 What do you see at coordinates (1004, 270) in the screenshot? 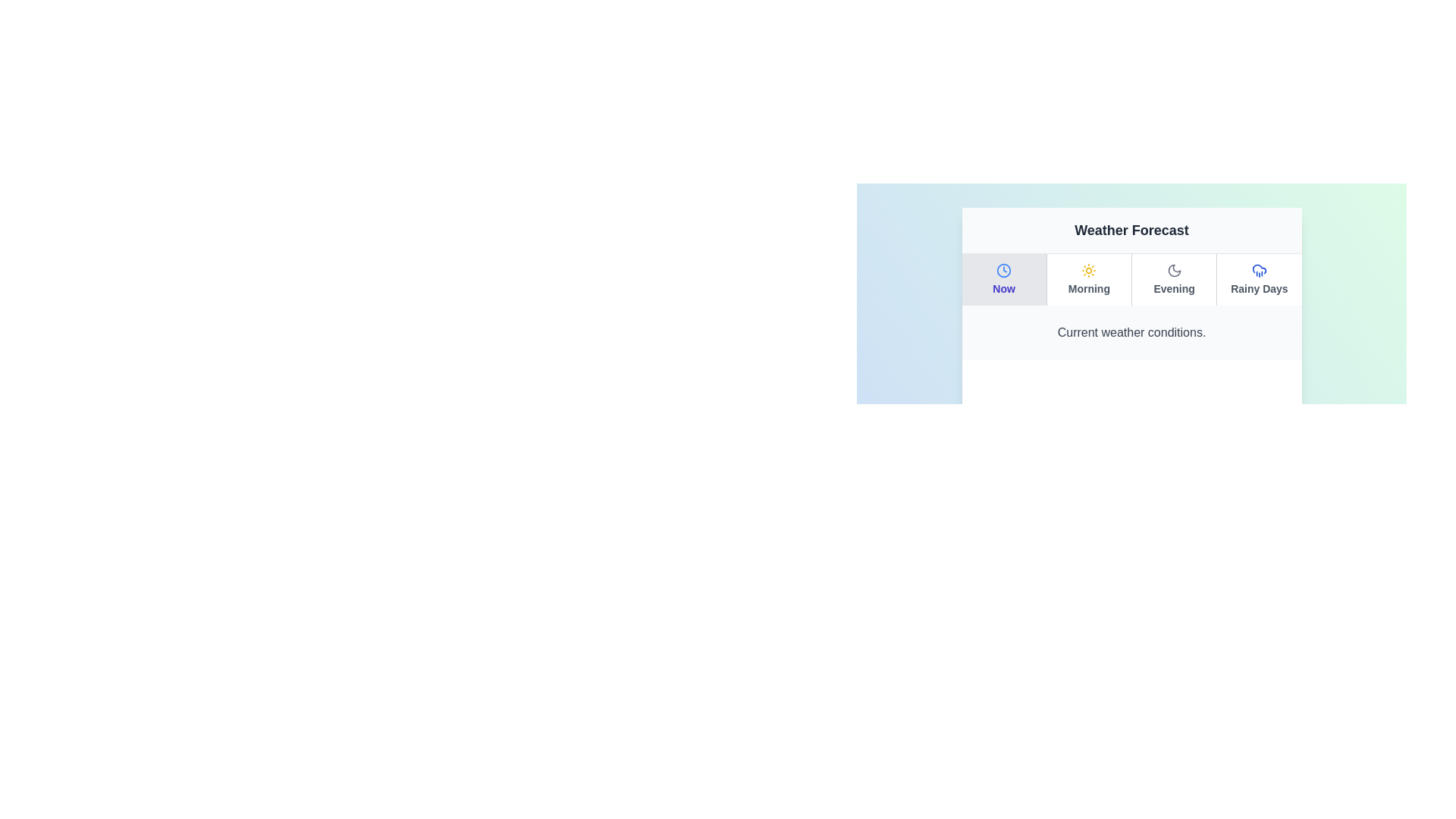
I see `the circular clock icon with a blue outline located above the label 'Now' in the top-left section of the menu` at bounding box center [1004, 270].